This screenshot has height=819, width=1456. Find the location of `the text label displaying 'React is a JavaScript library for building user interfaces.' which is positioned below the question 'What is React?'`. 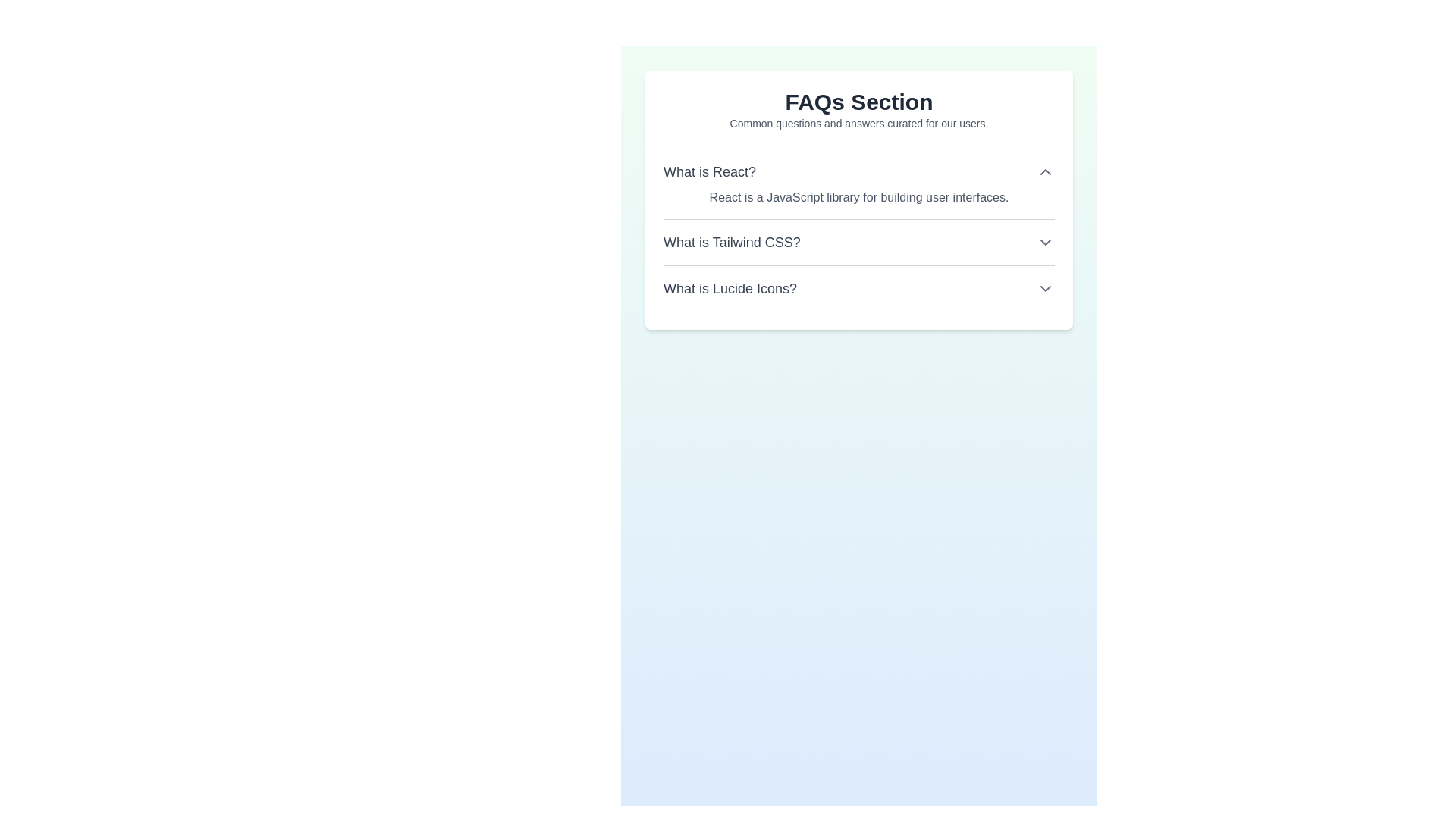

the text label displaying 'React is a JavaScript library for building user interfaces.' which is positioned below the question 'What is React?' is located at coordinates (858, 197).